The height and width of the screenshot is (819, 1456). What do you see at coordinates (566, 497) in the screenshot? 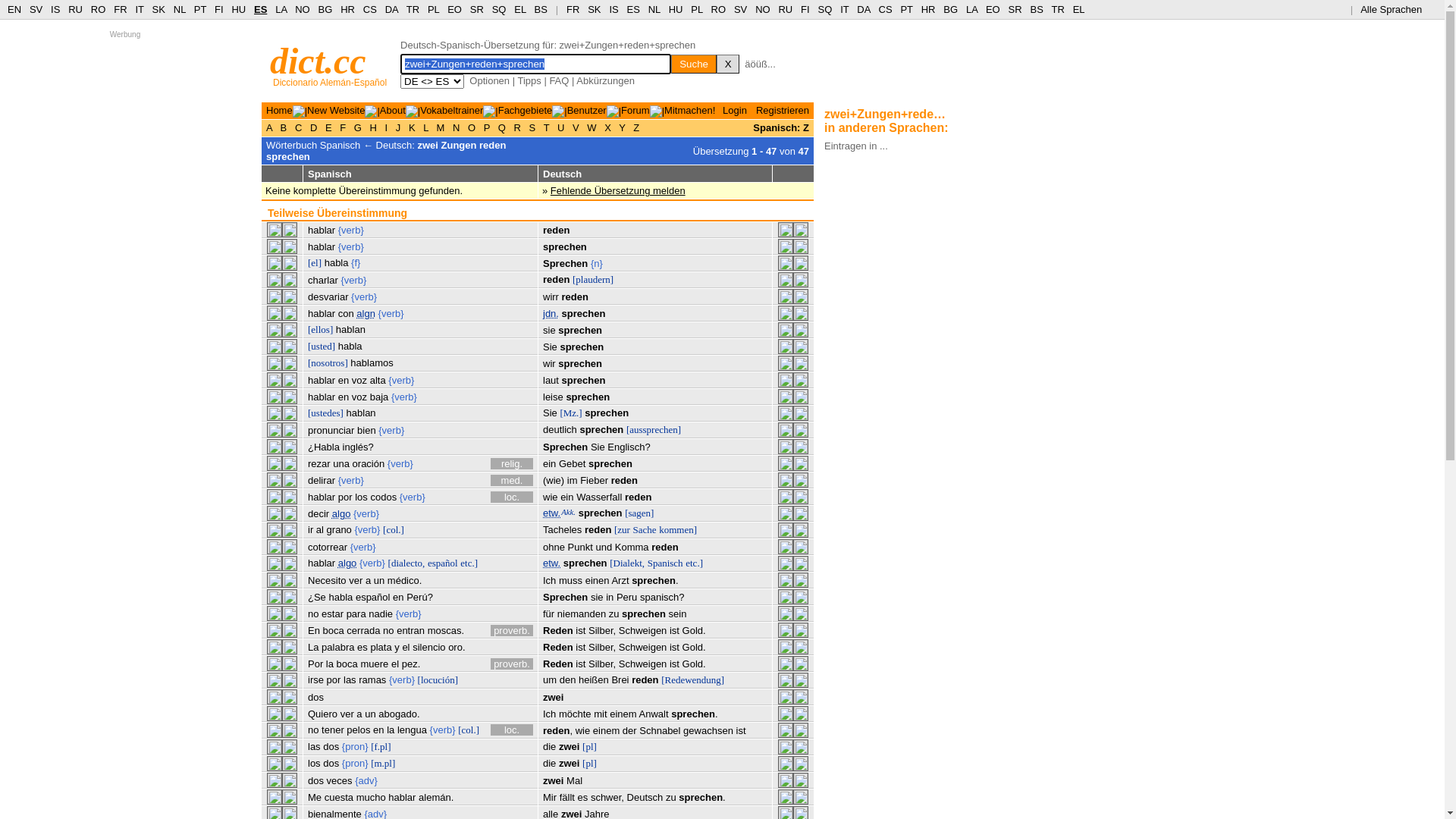
I see `'ein'` at bounding box center [566, 497].